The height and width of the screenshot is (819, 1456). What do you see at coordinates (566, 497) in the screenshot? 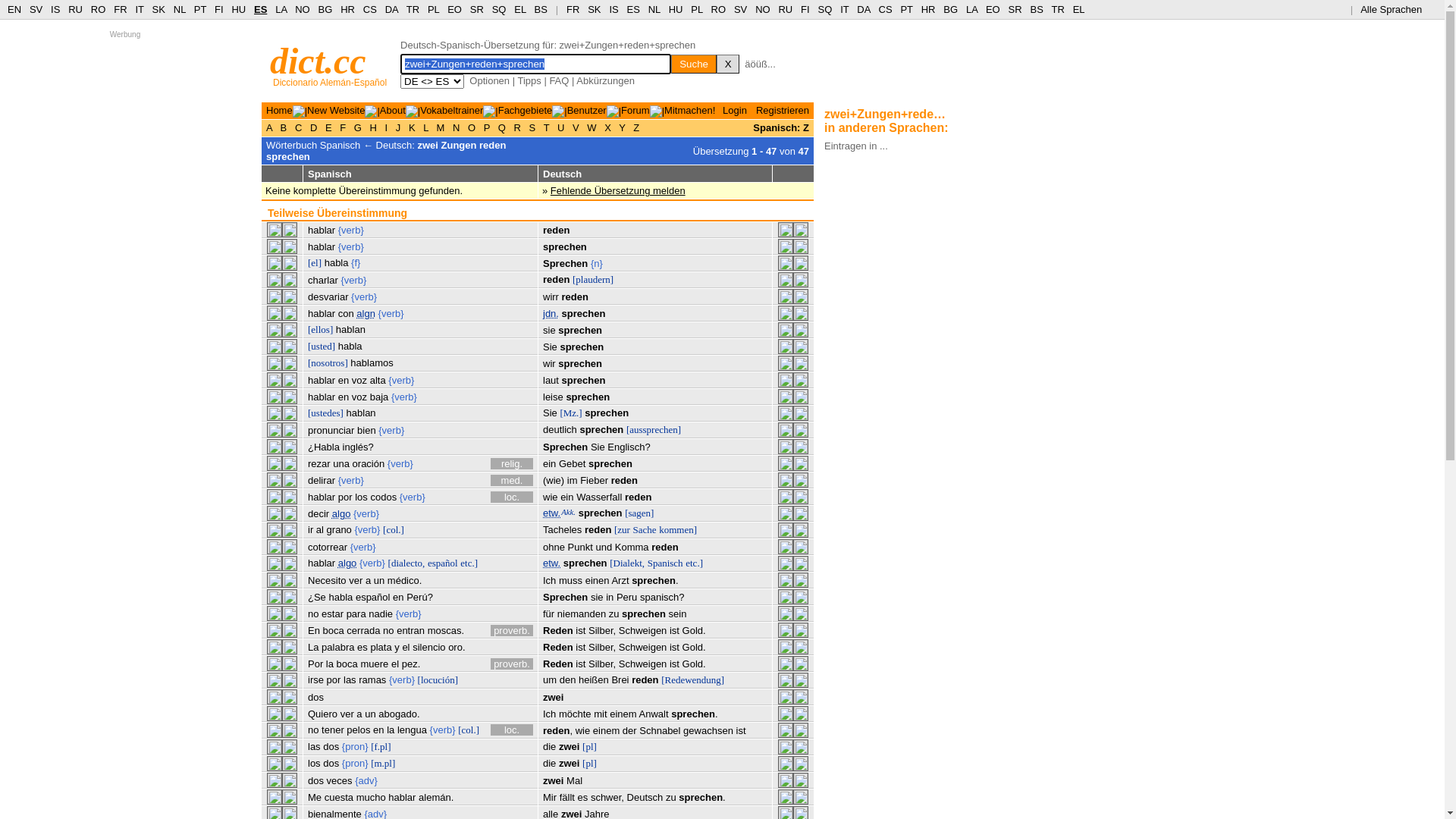
I see `'ein'` at bounding box center [566, 497].